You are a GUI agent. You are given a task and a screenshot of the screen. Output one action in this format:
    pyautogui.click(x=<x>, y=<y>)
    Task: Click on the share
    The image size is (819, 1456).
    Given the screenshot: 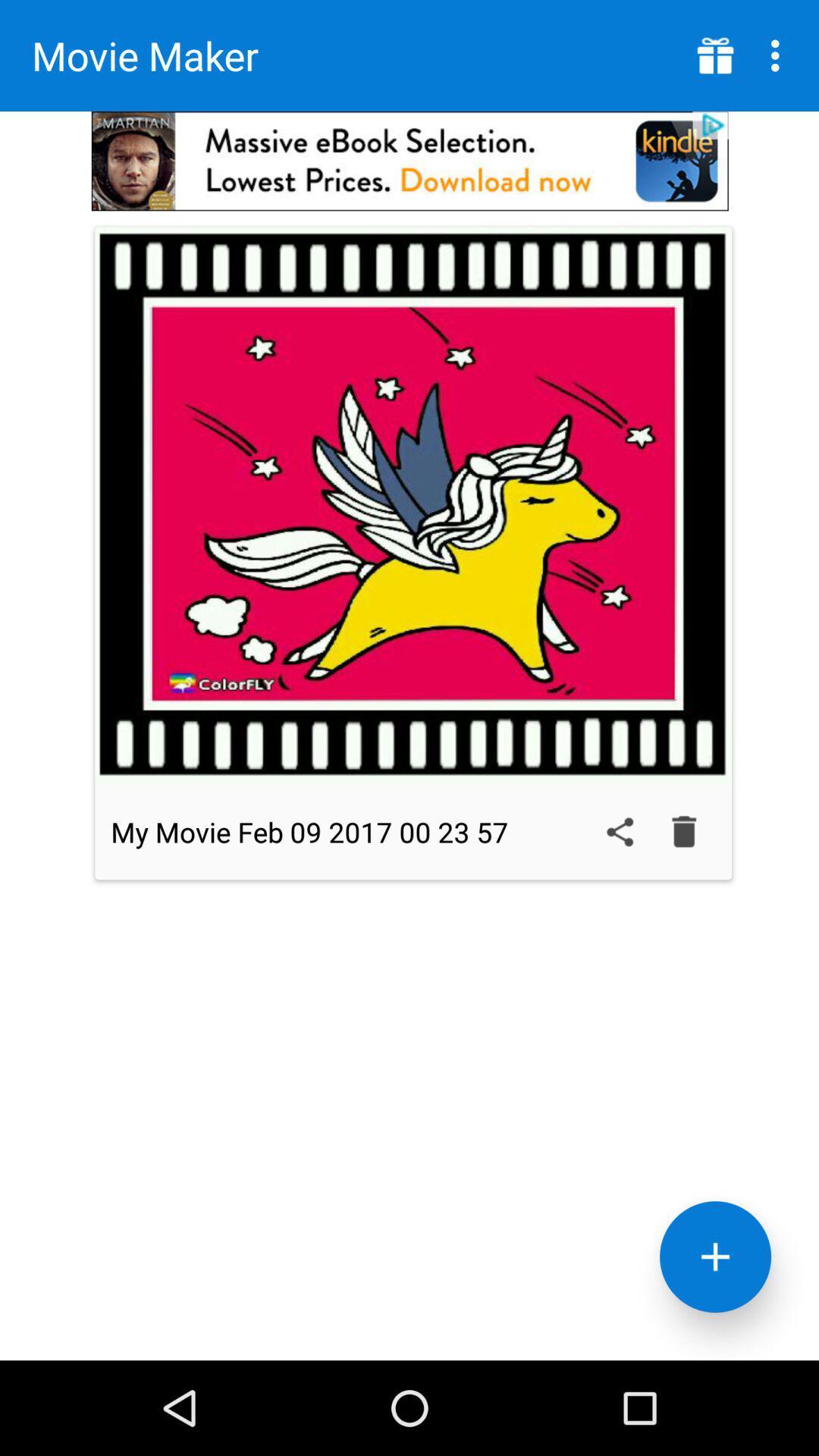 What is the action you would take?
    pyautogui.click(x=620, y=831)
    